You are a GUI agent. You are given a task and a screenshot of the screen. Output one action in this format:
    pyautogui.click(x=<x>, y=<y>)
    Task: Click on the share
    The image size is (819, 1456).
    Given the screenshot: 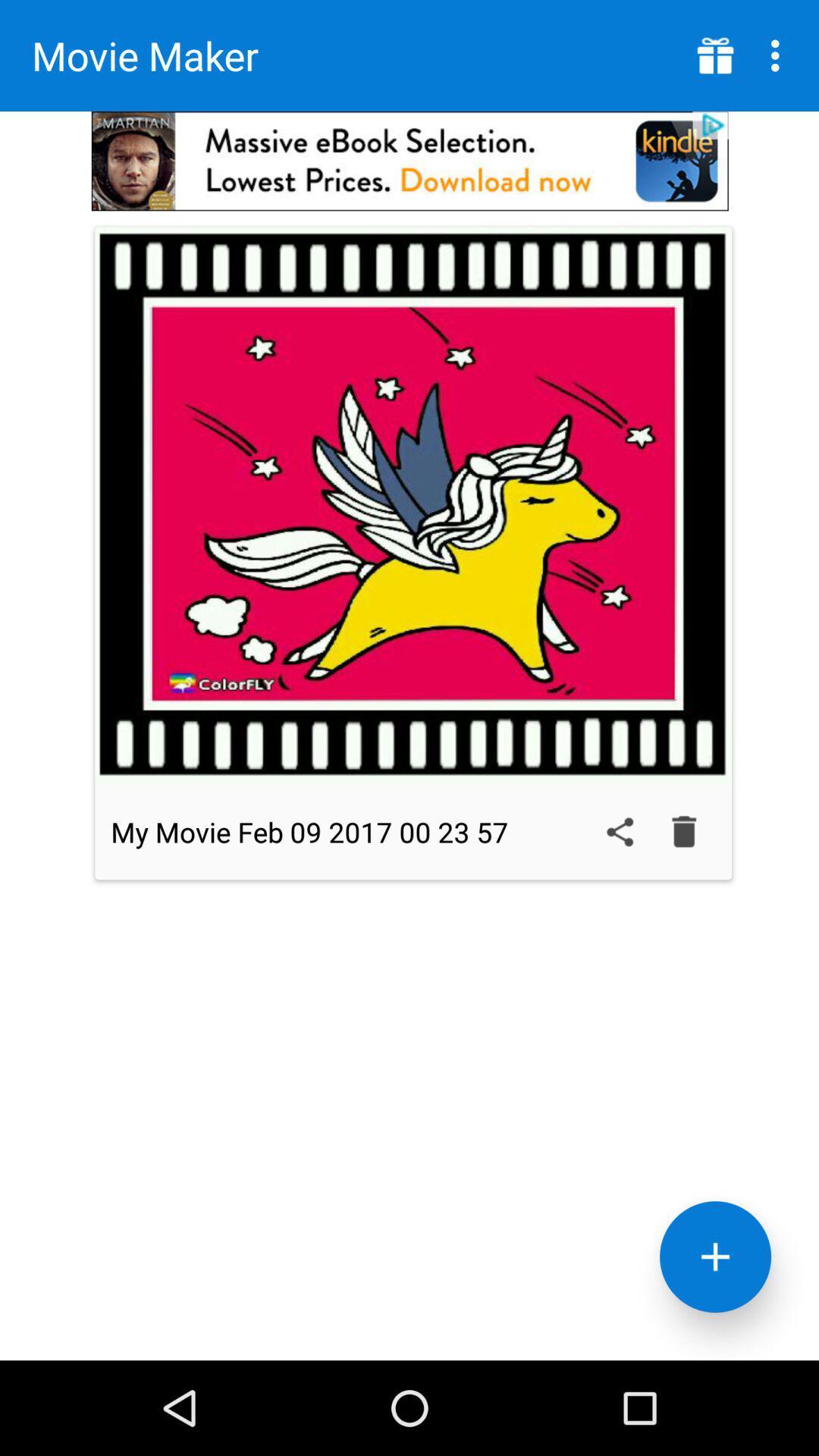 What is the action you would take?
    pyautogui.click(x=620, y=831)
    